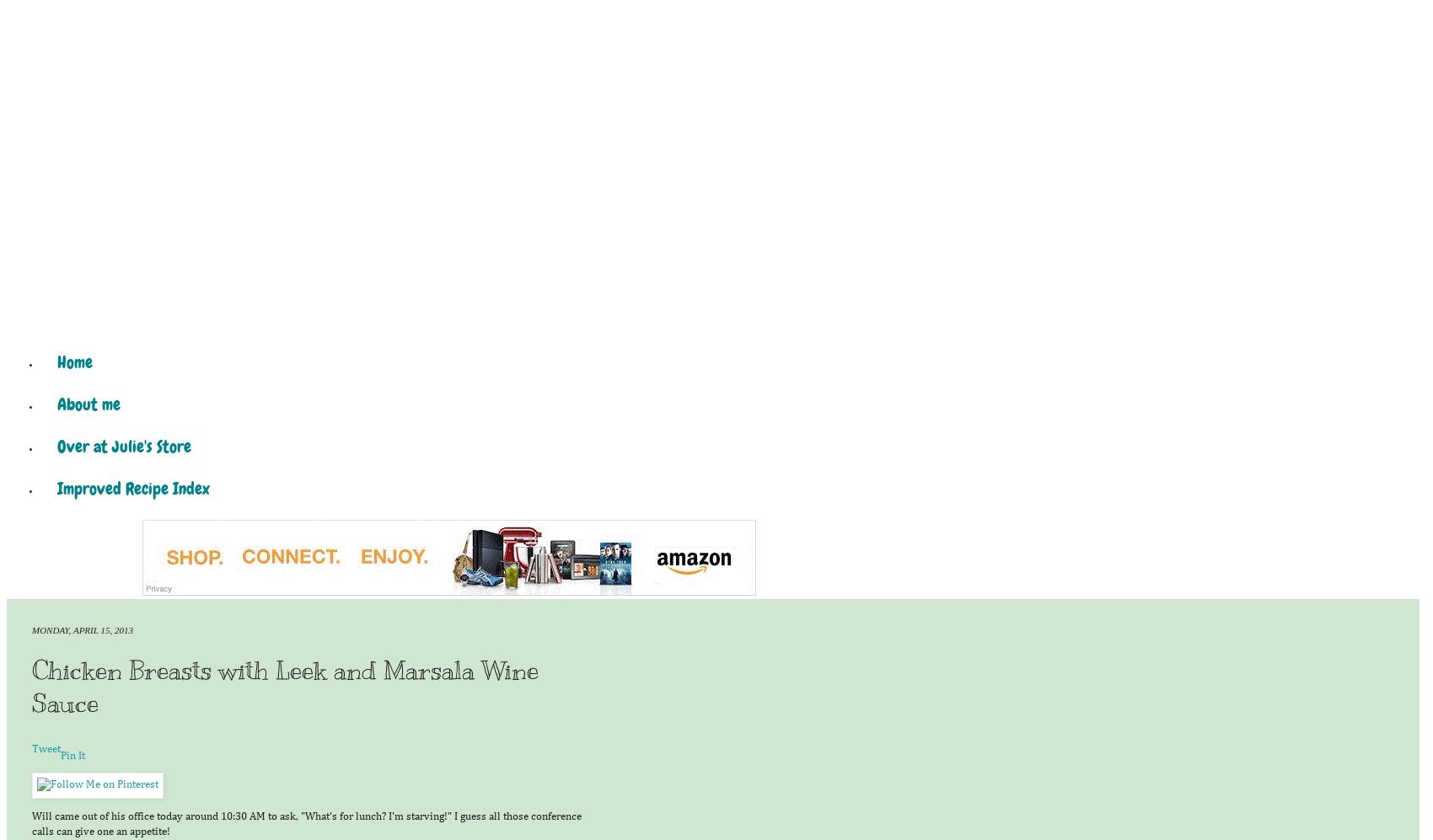 Image resolution: width=1433 pixels, height=840 pixels. Describe the element at coordinates (132, 488) in the screenshot. I see `'Improved Recipe Index'` at that location.